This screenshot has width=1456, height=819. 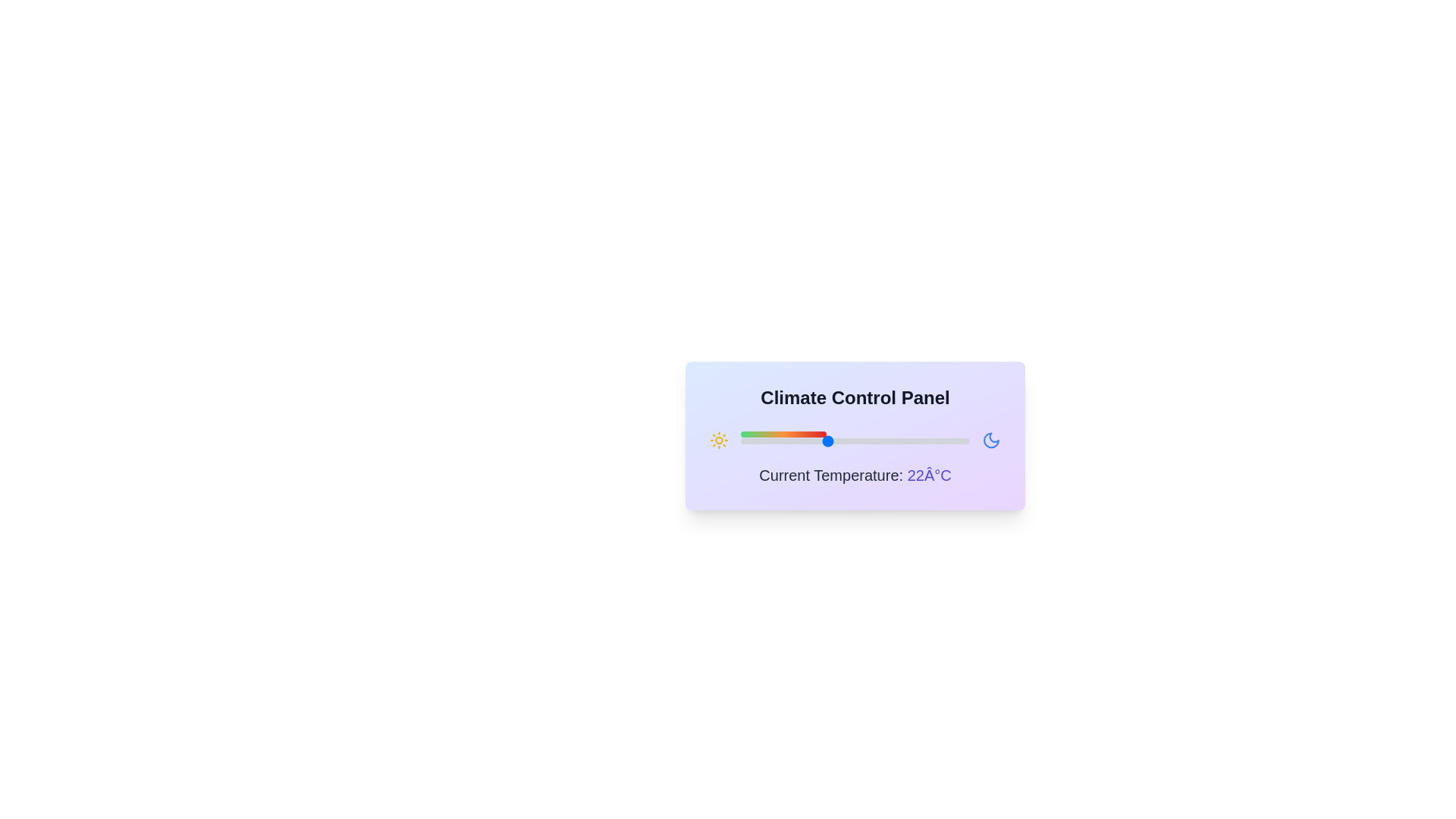 What do you see at coordinates (840, 441) in the screenshot?
I see `the temperature` at bounding box center [840, 441].